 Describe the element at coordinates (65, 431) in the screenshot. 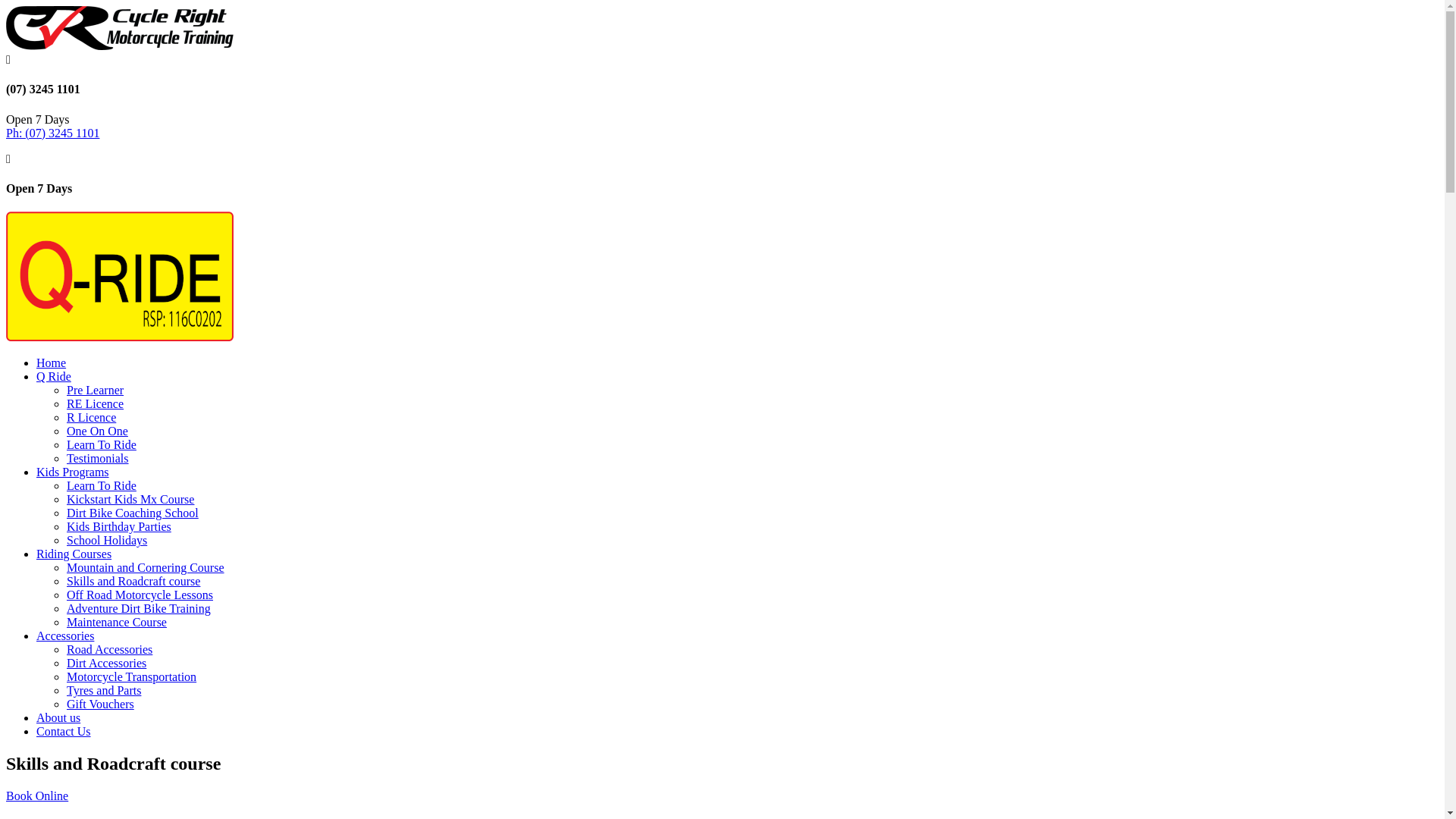

I see `'One On One'` at that location.